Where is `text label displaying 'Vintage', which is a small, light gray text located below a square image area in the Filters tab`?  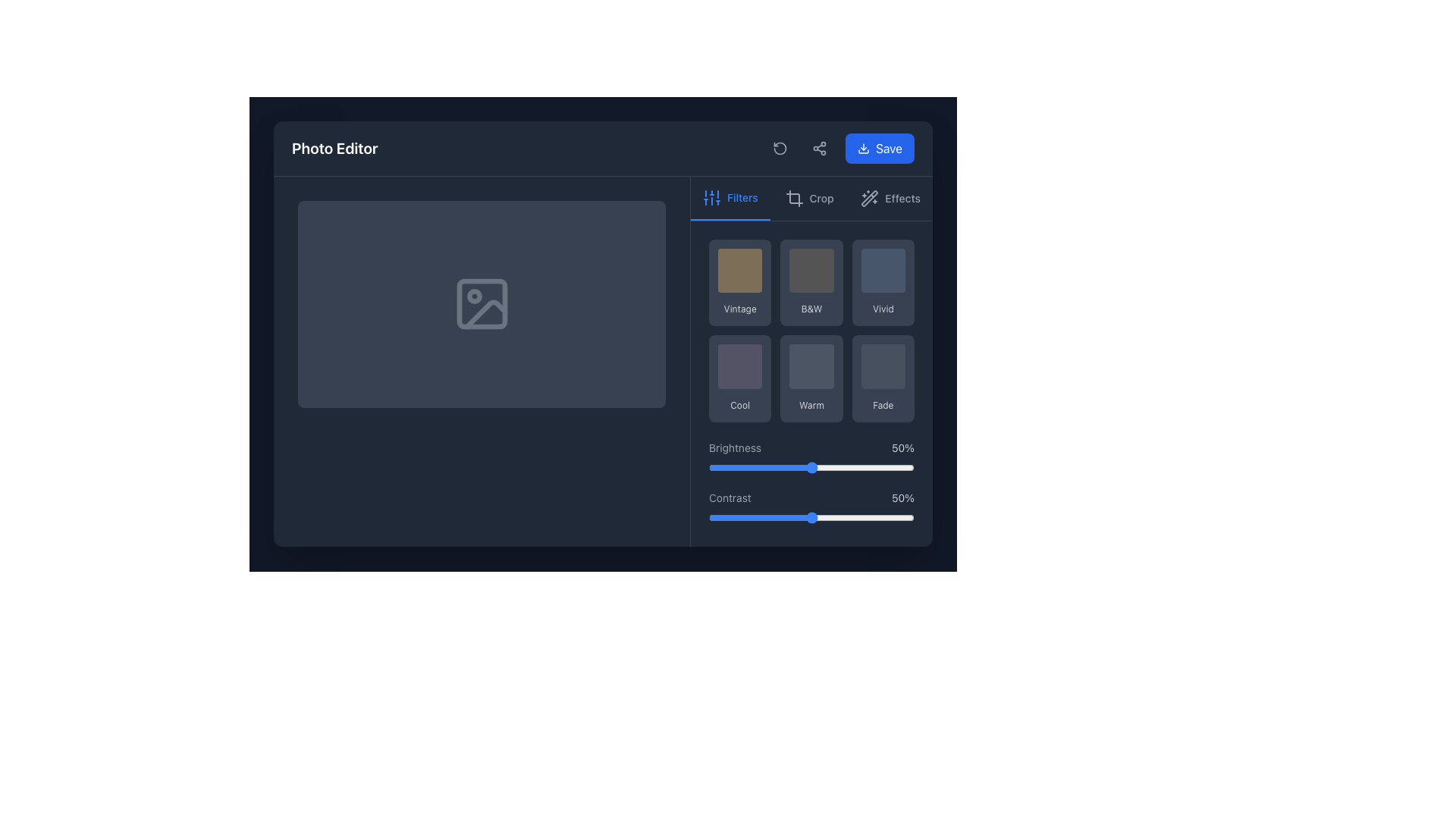 text label displaying 'Vintage', which is a small, light gray text located below a square image area in the Filters tab is located at coordinates (740, 308).